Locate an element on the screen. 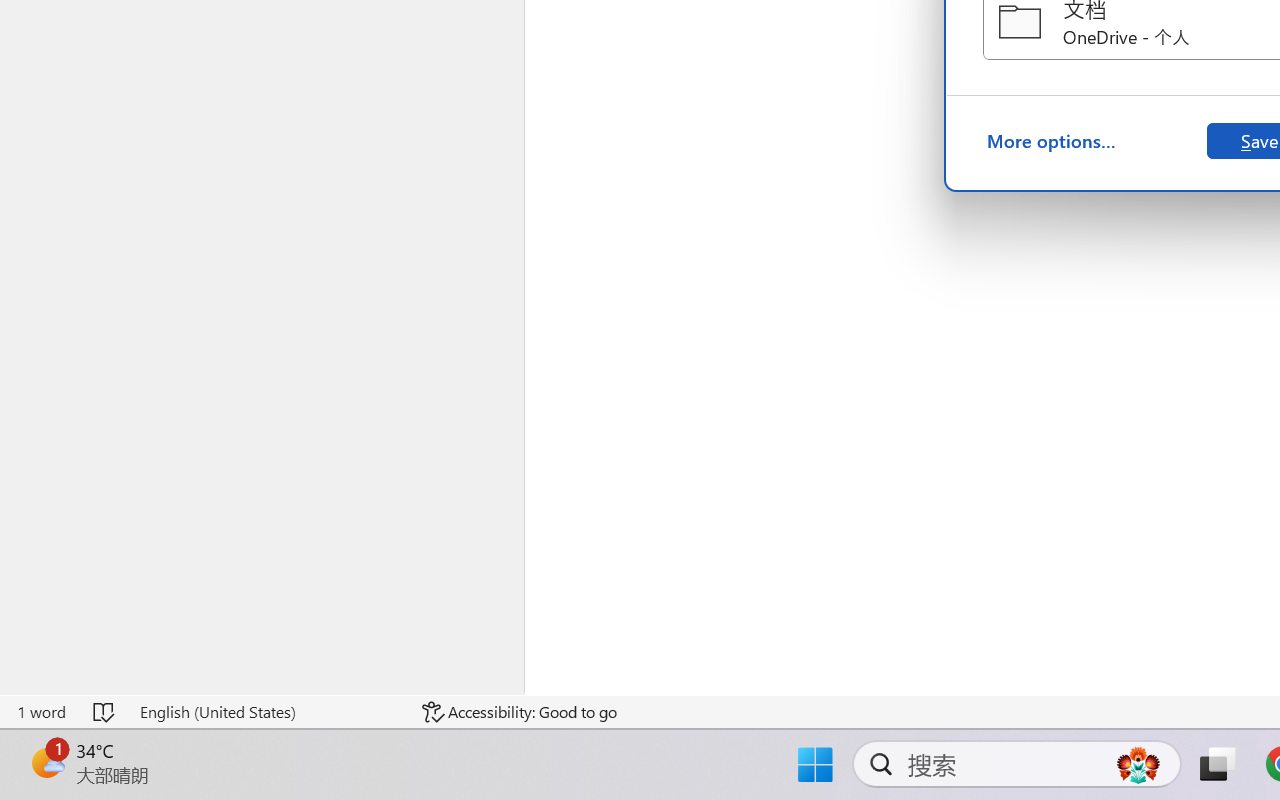  'AutomationID: BadgeAnchorLargeTicker' is located at coordinates (46, 762).